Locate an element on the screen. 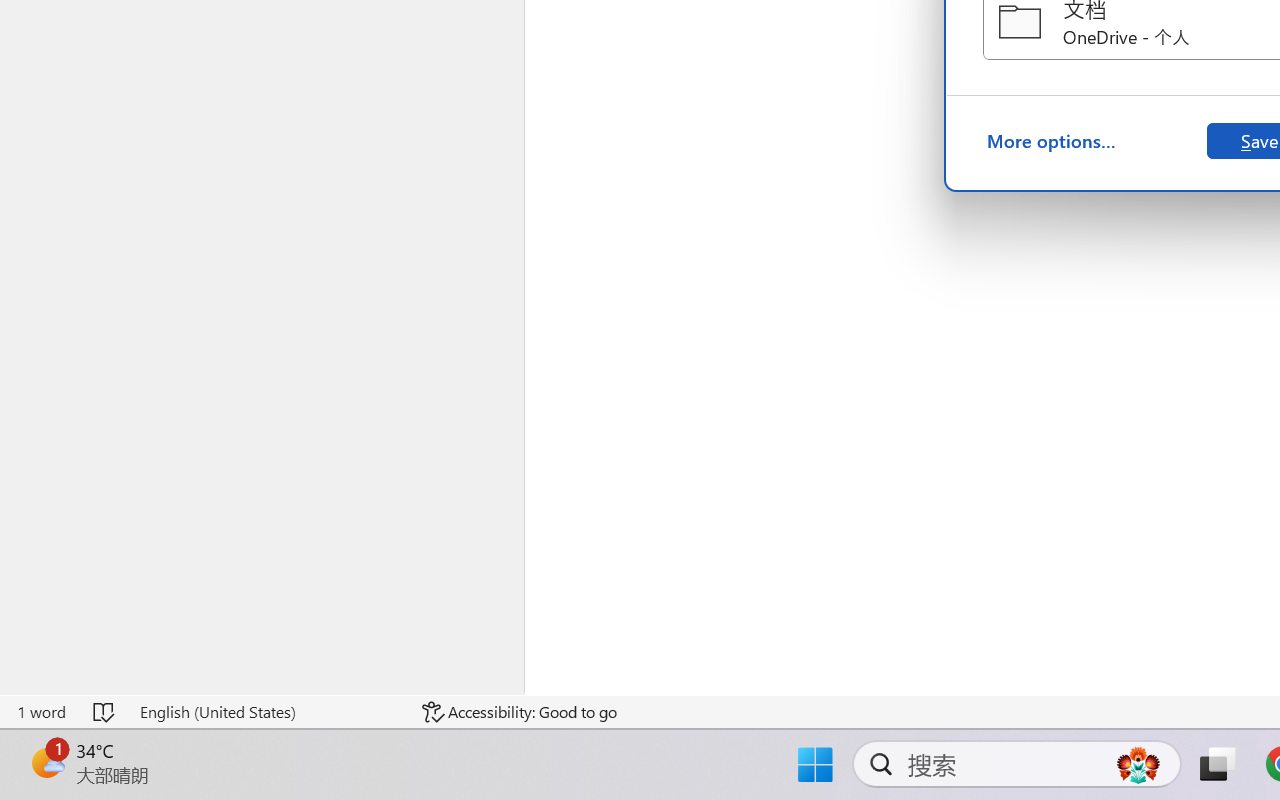  'AutomationID: BadgeAnchorLargeTicker' is located at coordinates (46, 762).